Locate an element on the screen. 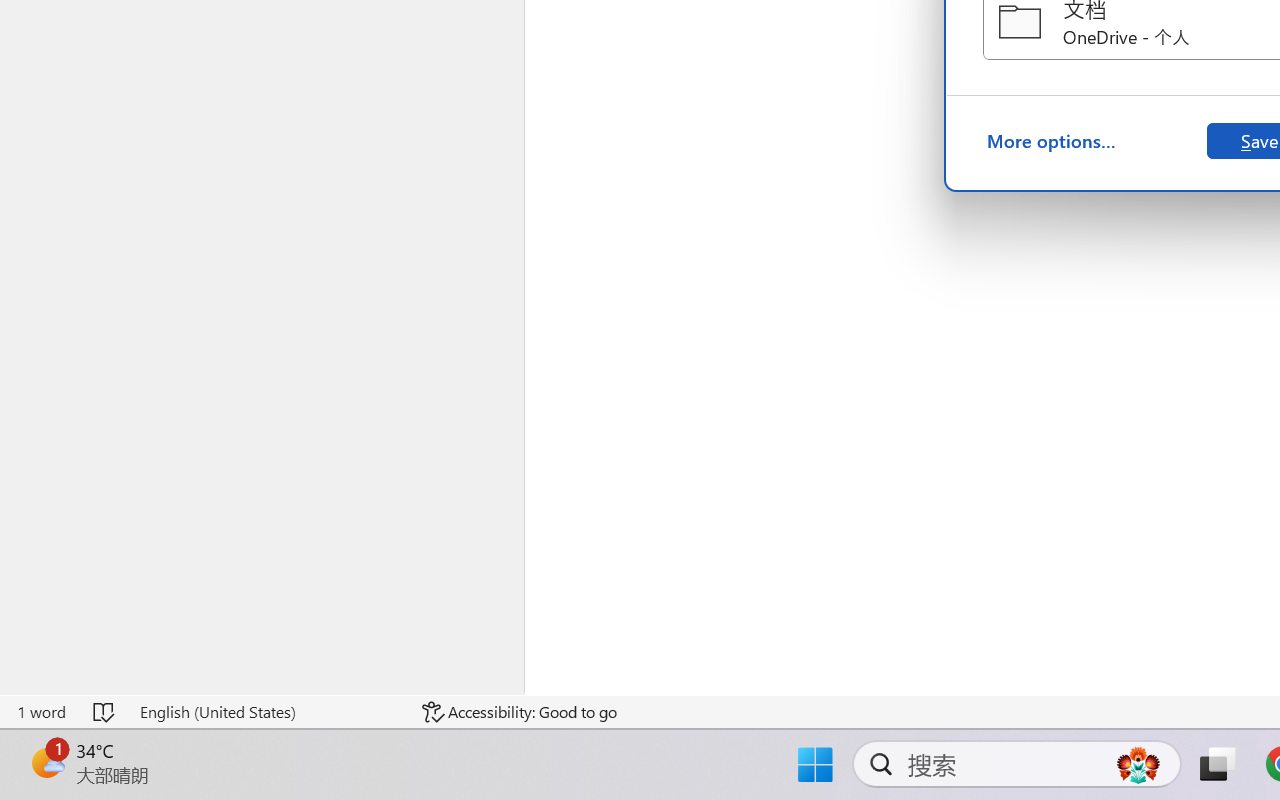  'AutomationID: BadgeAnchorLargeTicker' is located at coordinates (46, 762).